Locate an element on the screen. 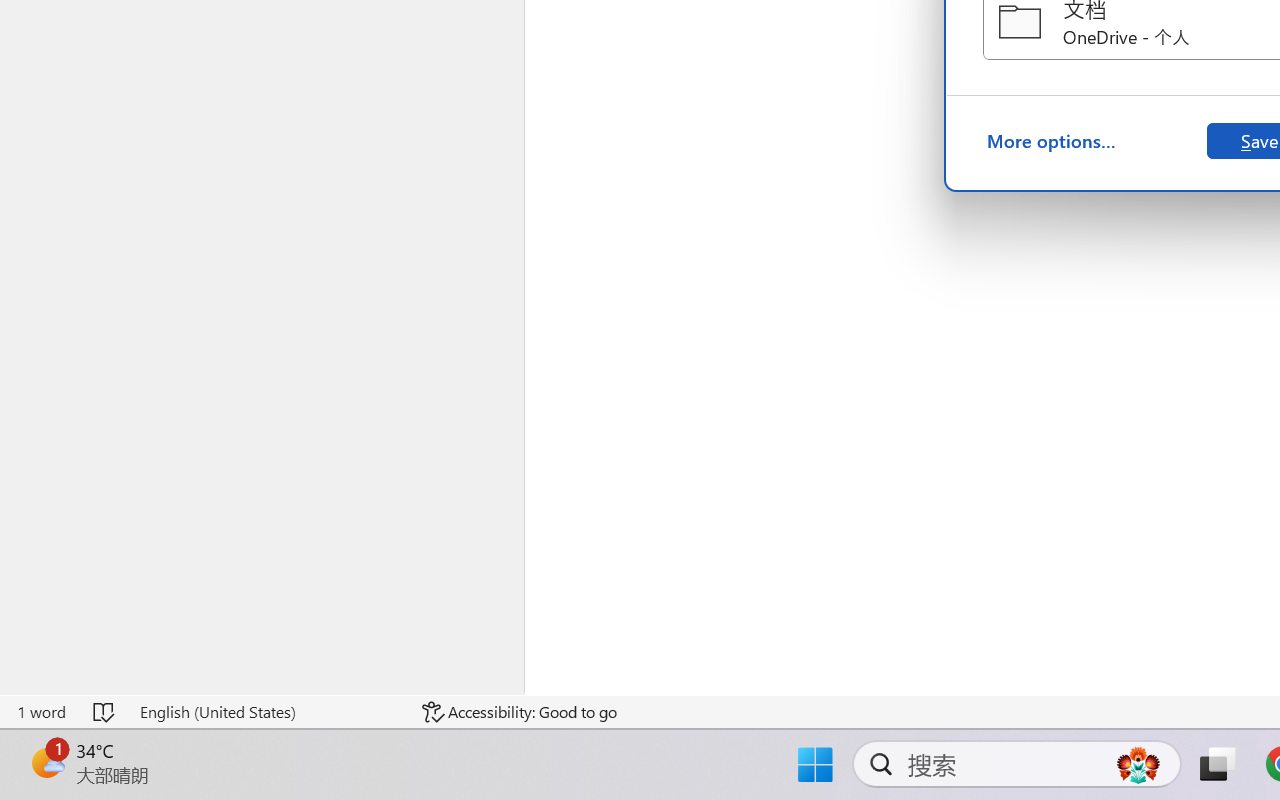  'AutomationID: BadgeAnchorLargeTicker' is located at coordinates (46, 762).